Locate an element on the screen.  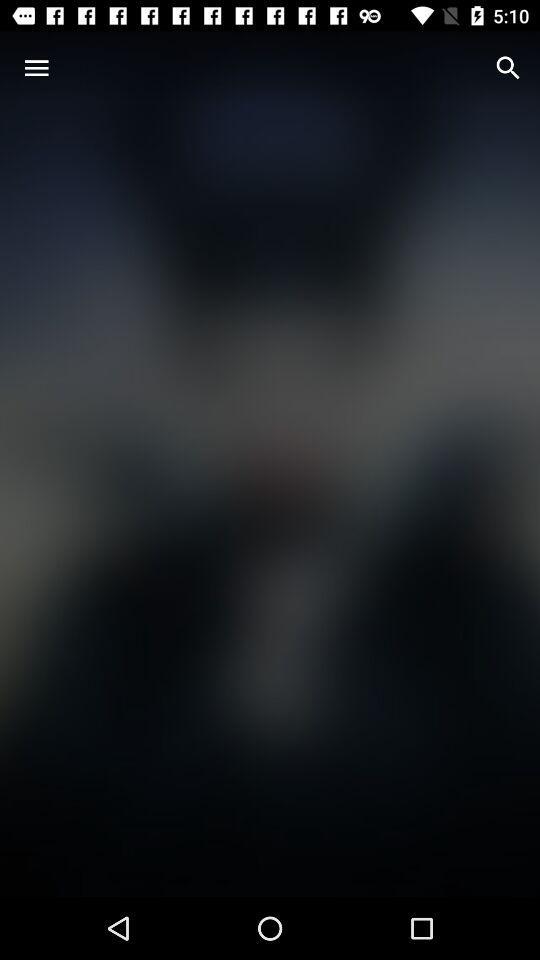
icon at the top left corner is located at coordinates (36, 68).